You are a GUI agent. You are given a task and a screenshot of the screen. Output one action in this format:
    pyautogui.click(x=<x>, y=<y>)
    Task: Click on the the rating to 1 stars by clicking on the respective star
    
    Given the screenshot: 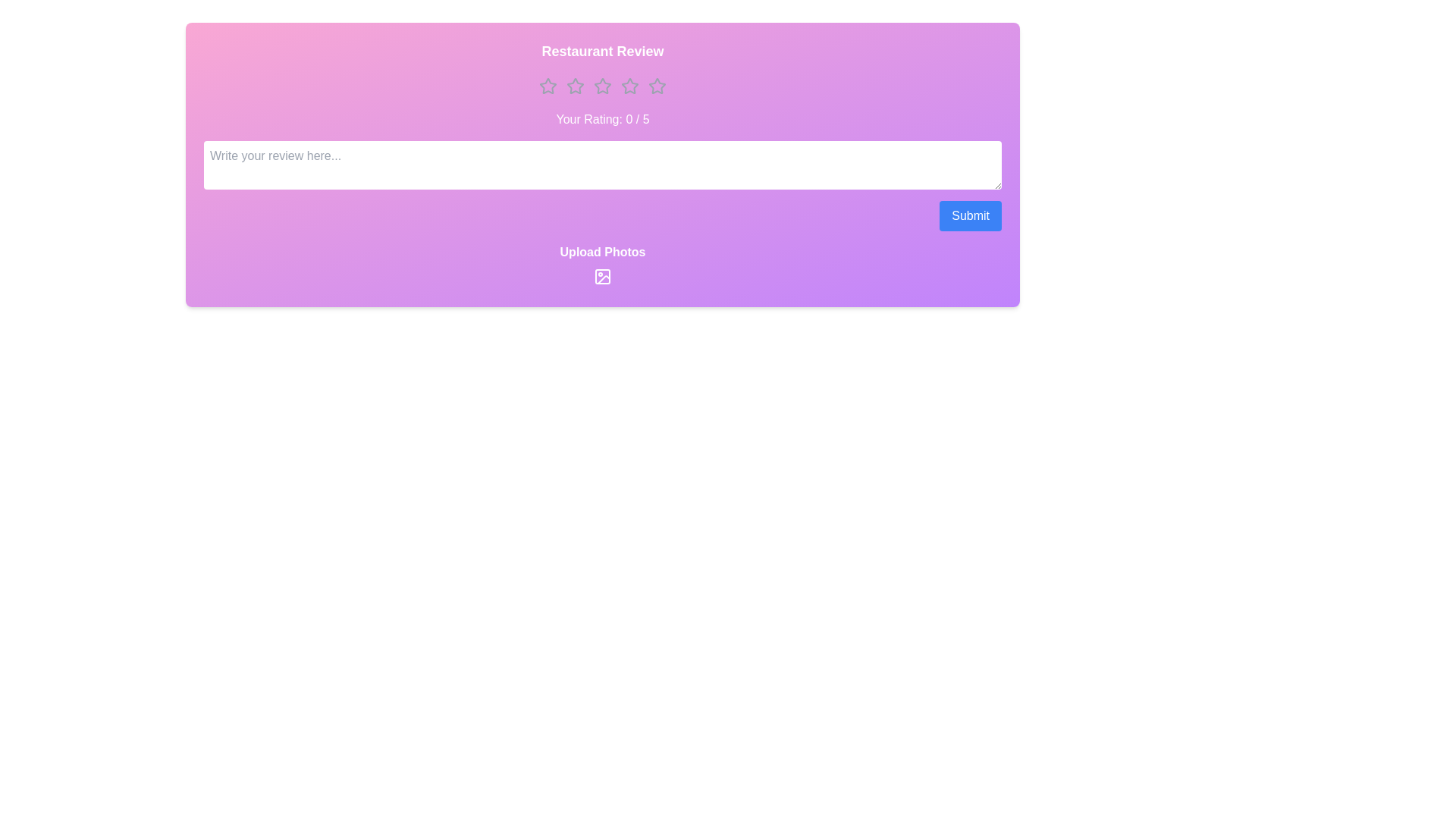 What is the action you would take?
    pyautogui.click(x=548, y=86)
    